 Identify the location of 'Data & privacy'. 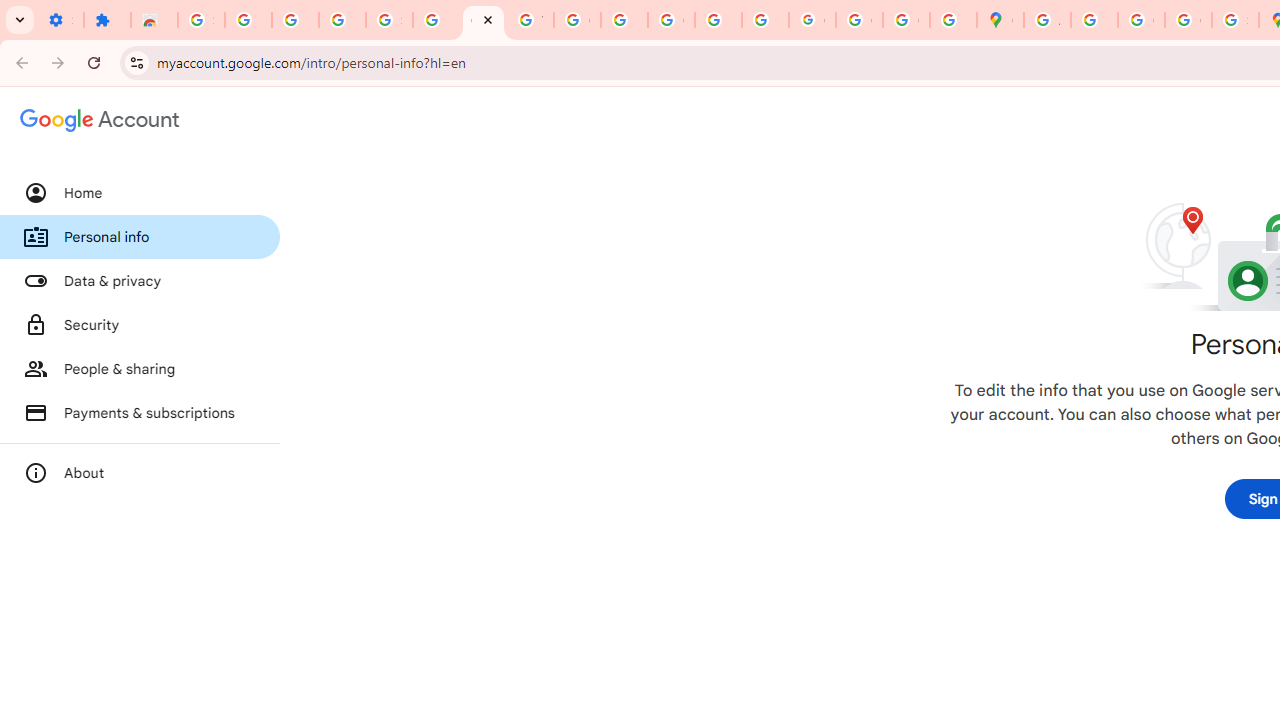
(139, 281).